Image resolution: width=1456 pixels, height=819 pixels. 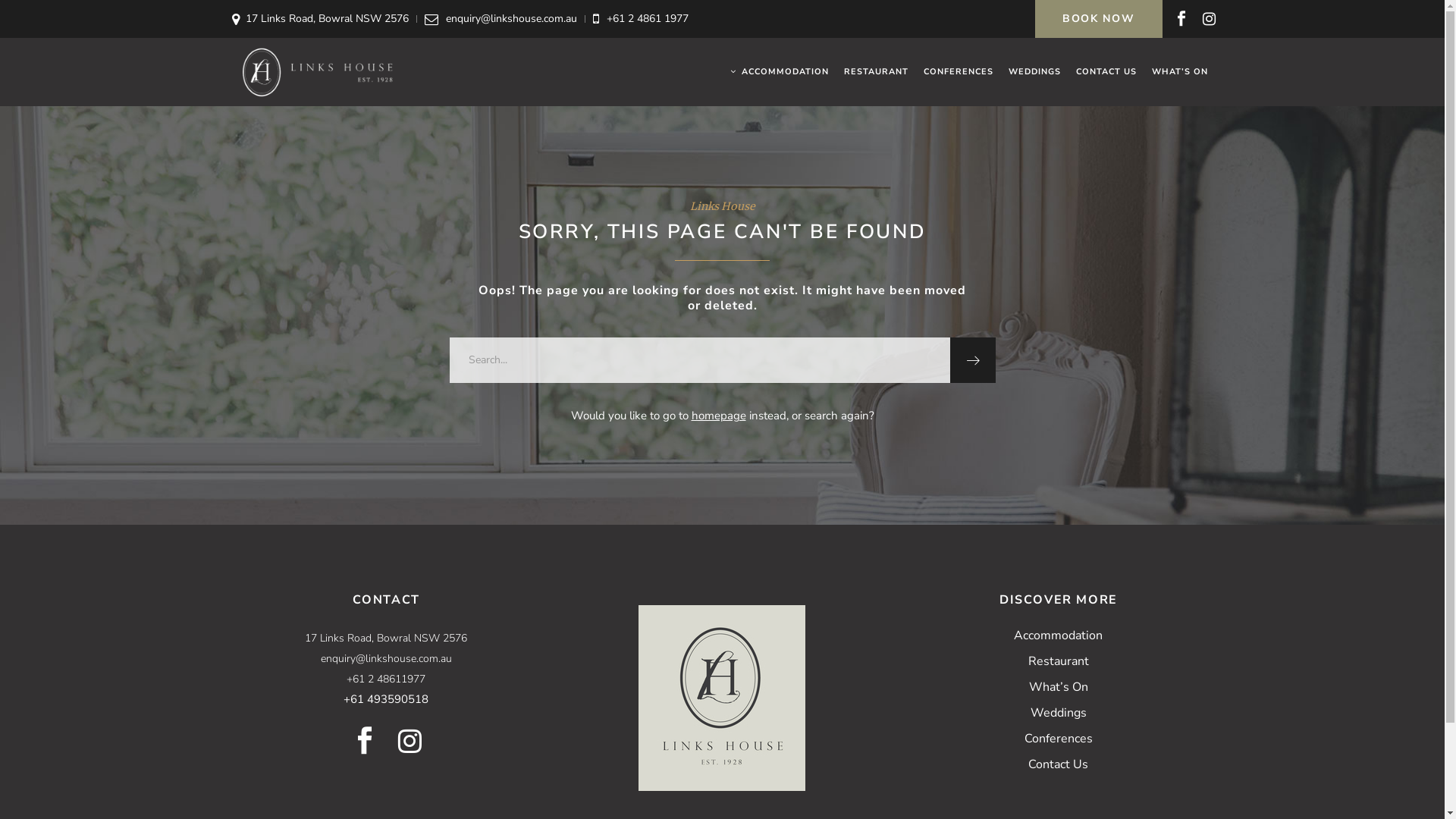 I want to click on 'Restaurant', so click(x=1058, y=660).